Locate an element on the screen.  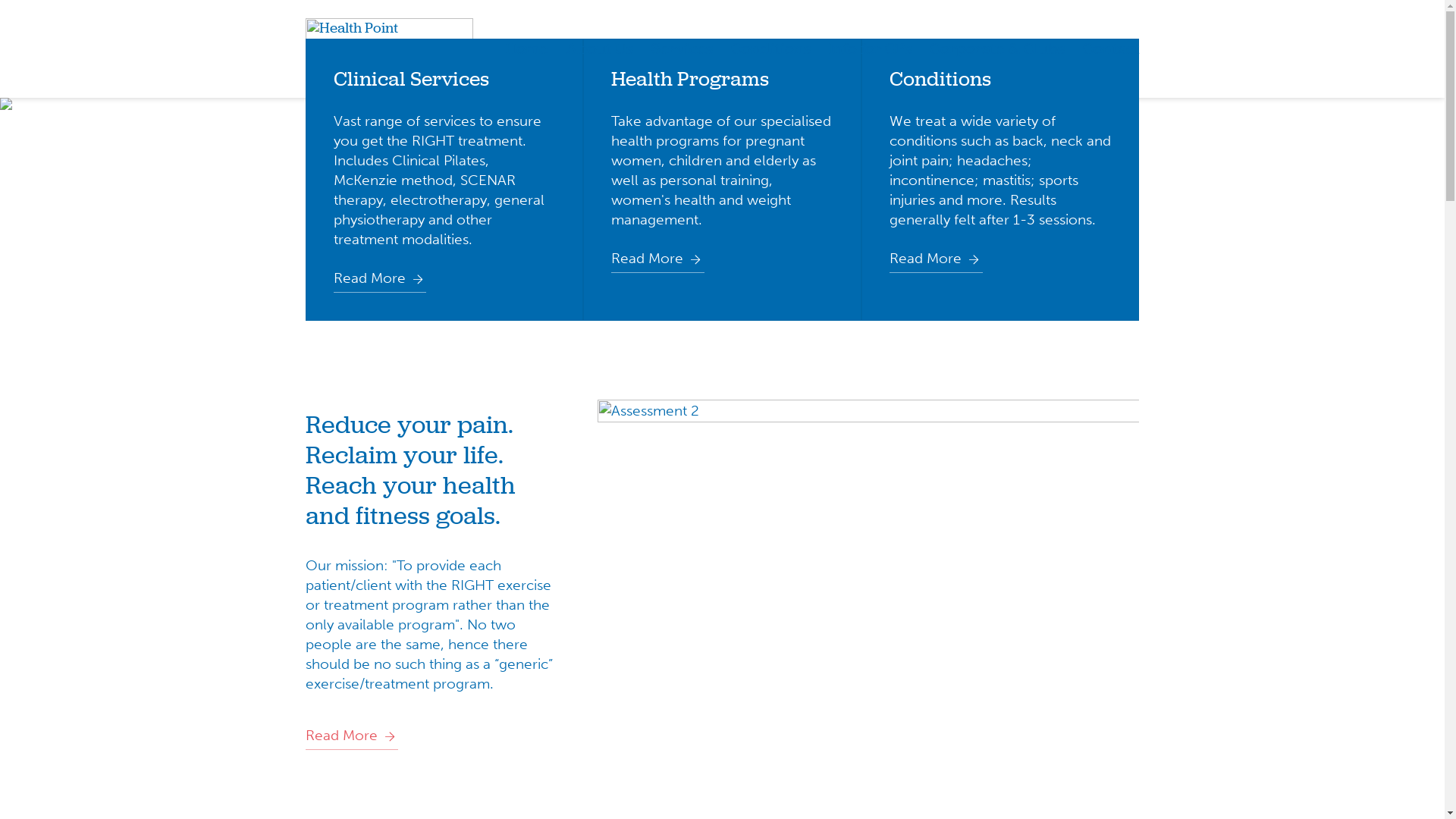
'Read More' is located at coordinates (935, 257).